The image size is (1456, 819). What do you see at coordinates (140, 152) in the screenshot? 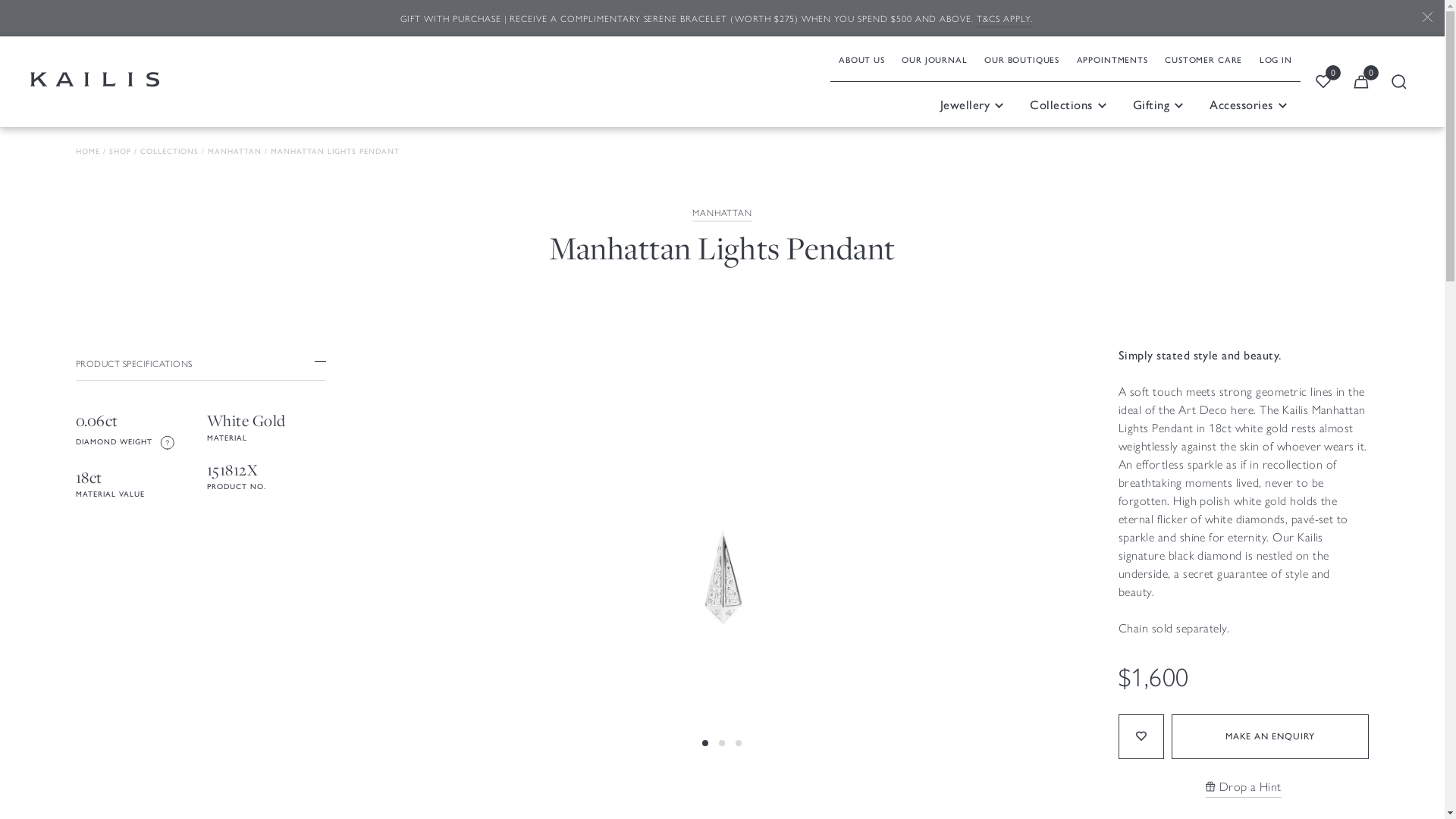
I see `'COLLECTIONS'` at bounding box center [140, 152].